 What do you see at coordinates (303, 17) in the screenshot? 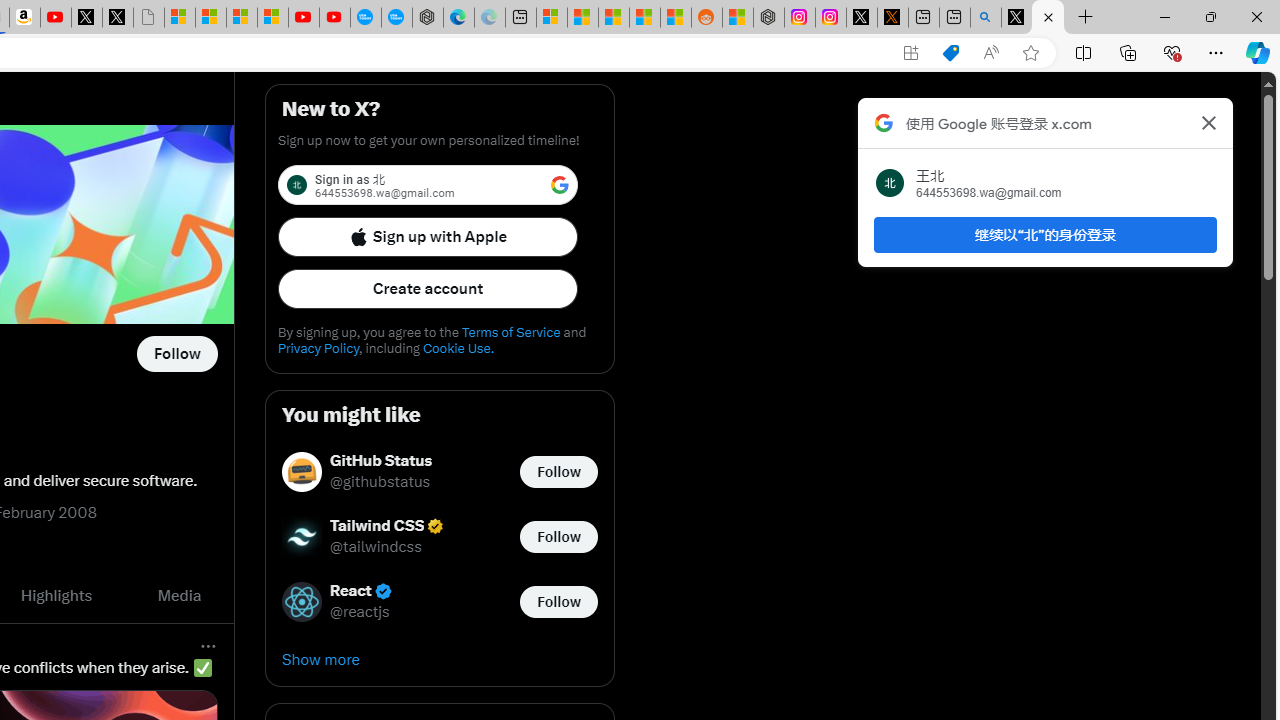
I see `'Gloom - YouTube'` at bounding box center [303, 17].